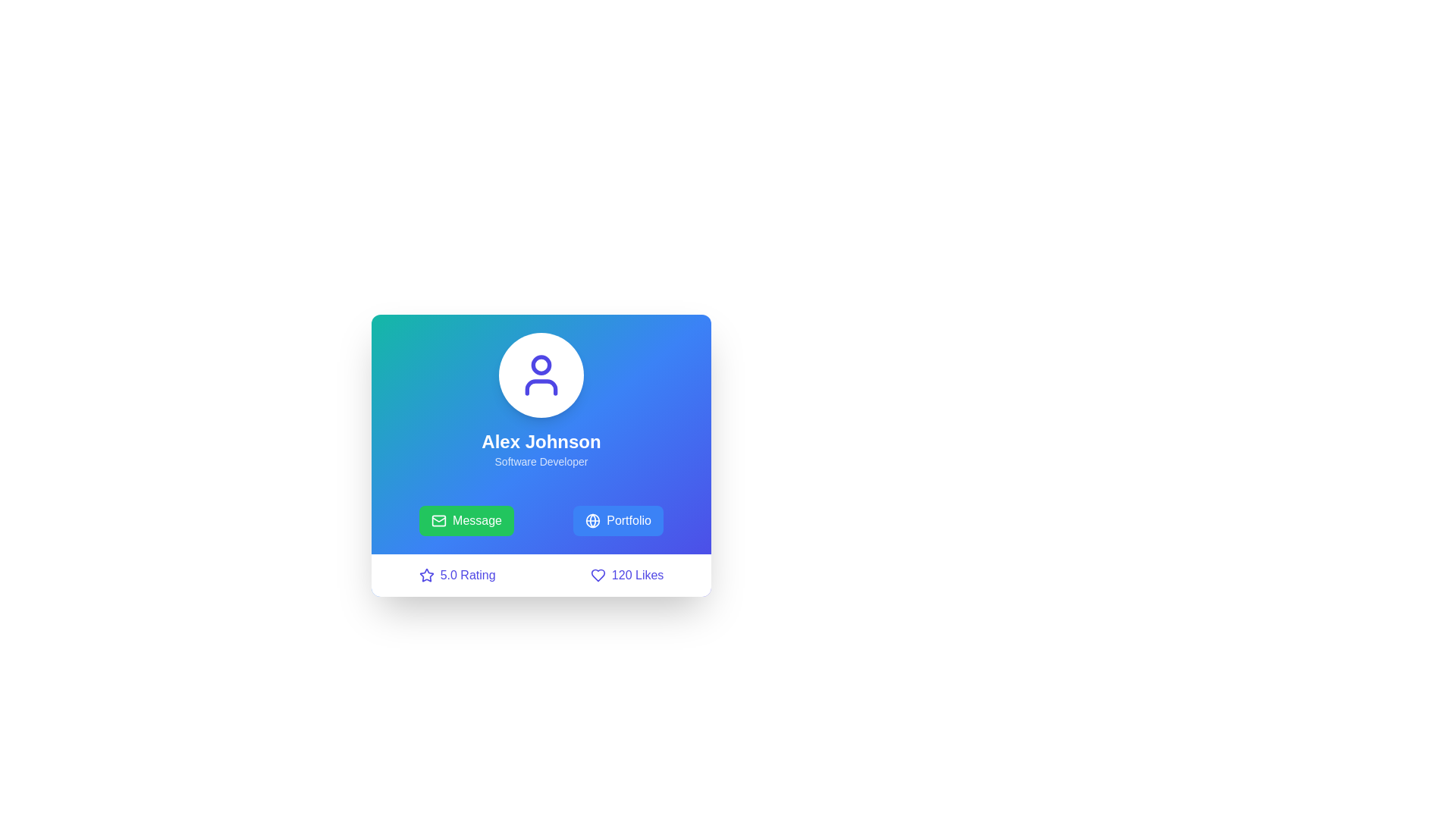 This screenshot has height=819, width=1456. I want to click on the user profile icon, which is centrally positioned within a circular white background at the top-center of the rectangular card component, so click(541, 375).